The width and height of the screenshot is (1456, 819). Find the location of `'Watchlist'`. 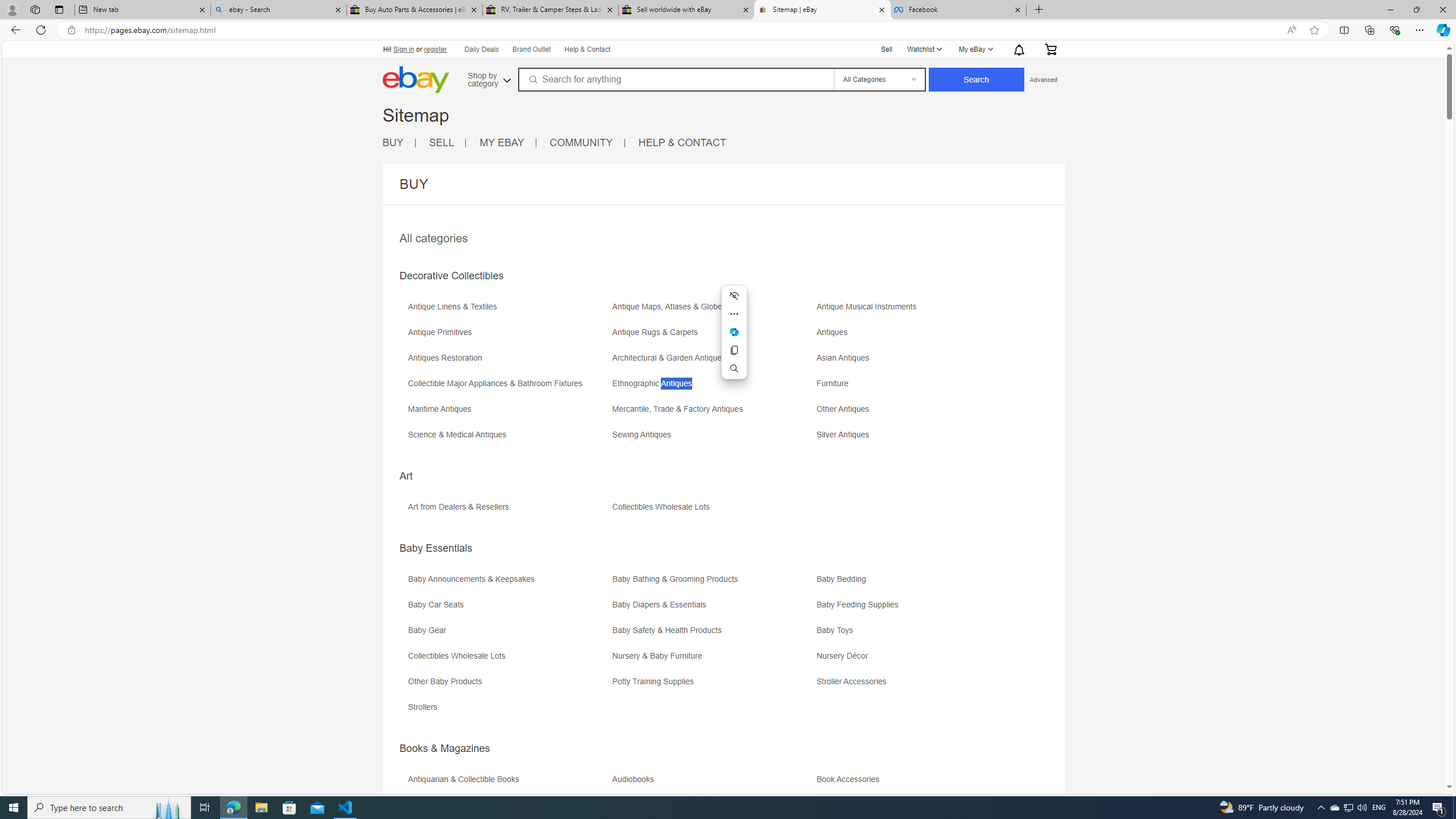

'Watchlist' is located at coordinates (923, 49).